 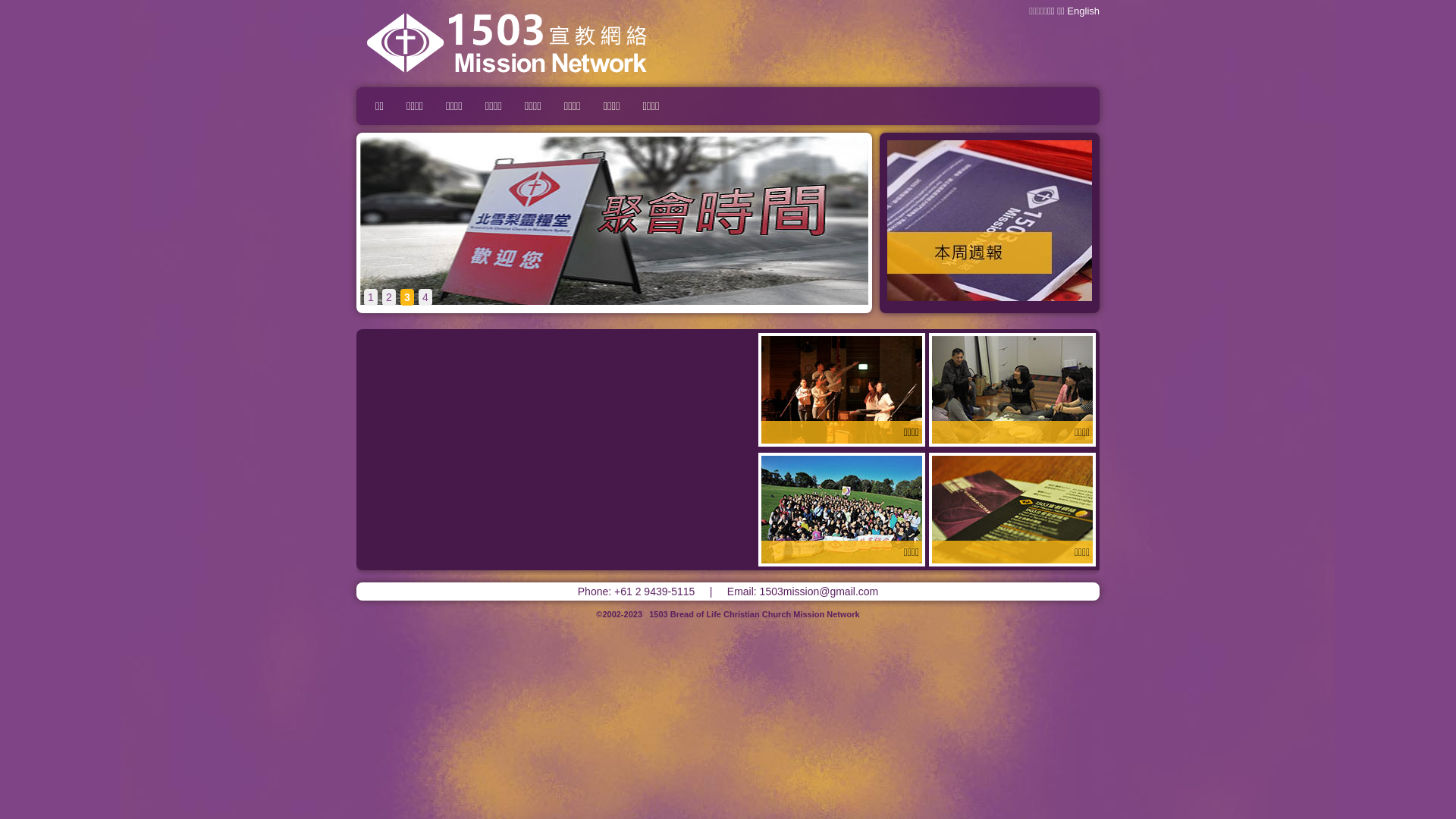 What do you see at coordinates (389, 297) in the screenshot?
I see `'2'` at bounding box center [389, 297].